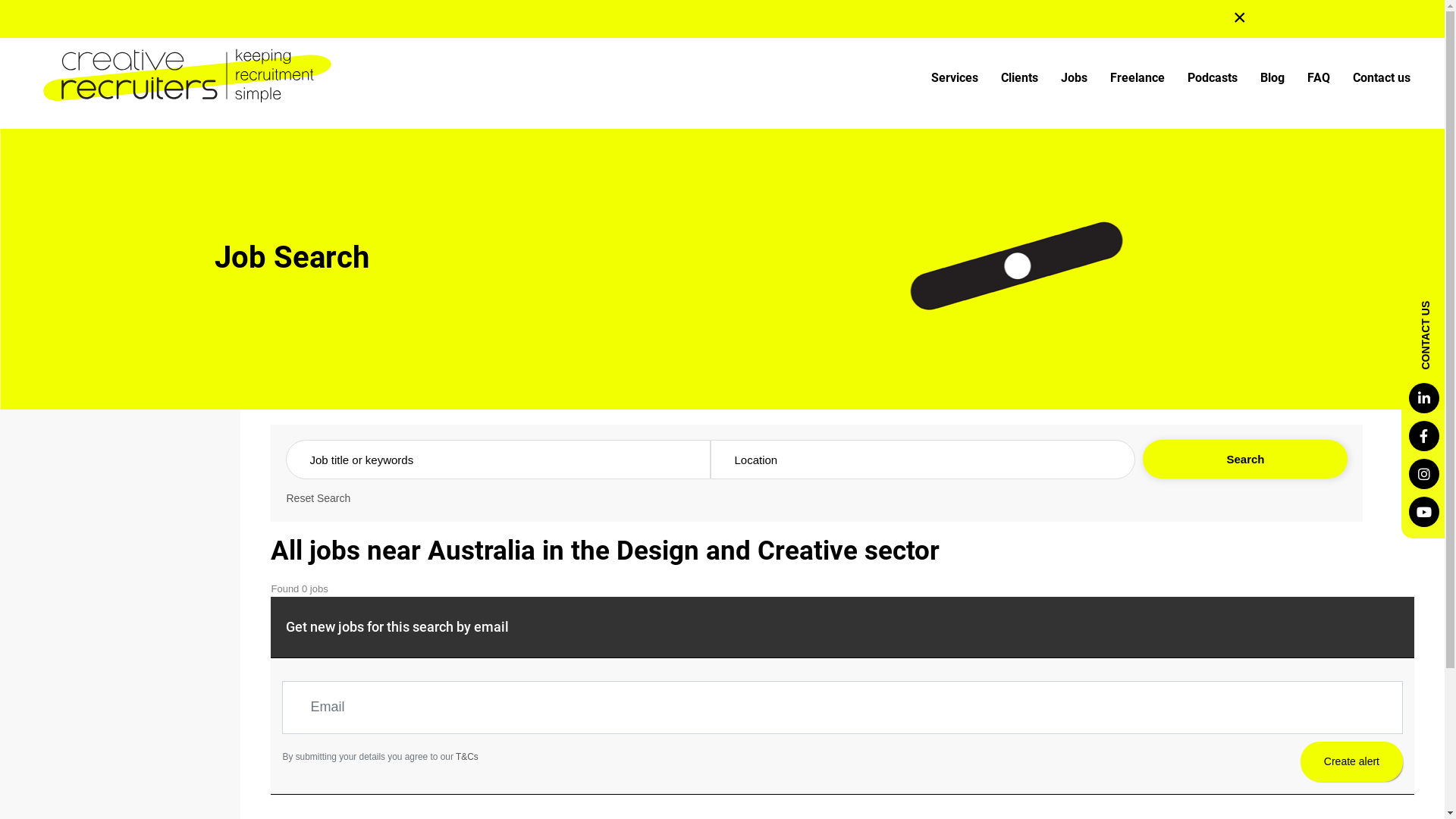 This screenshot has width=1456, height=819. Describe the element at coordinates (1423, 435) in the screenshot. I see `'Facebook'` at that location.